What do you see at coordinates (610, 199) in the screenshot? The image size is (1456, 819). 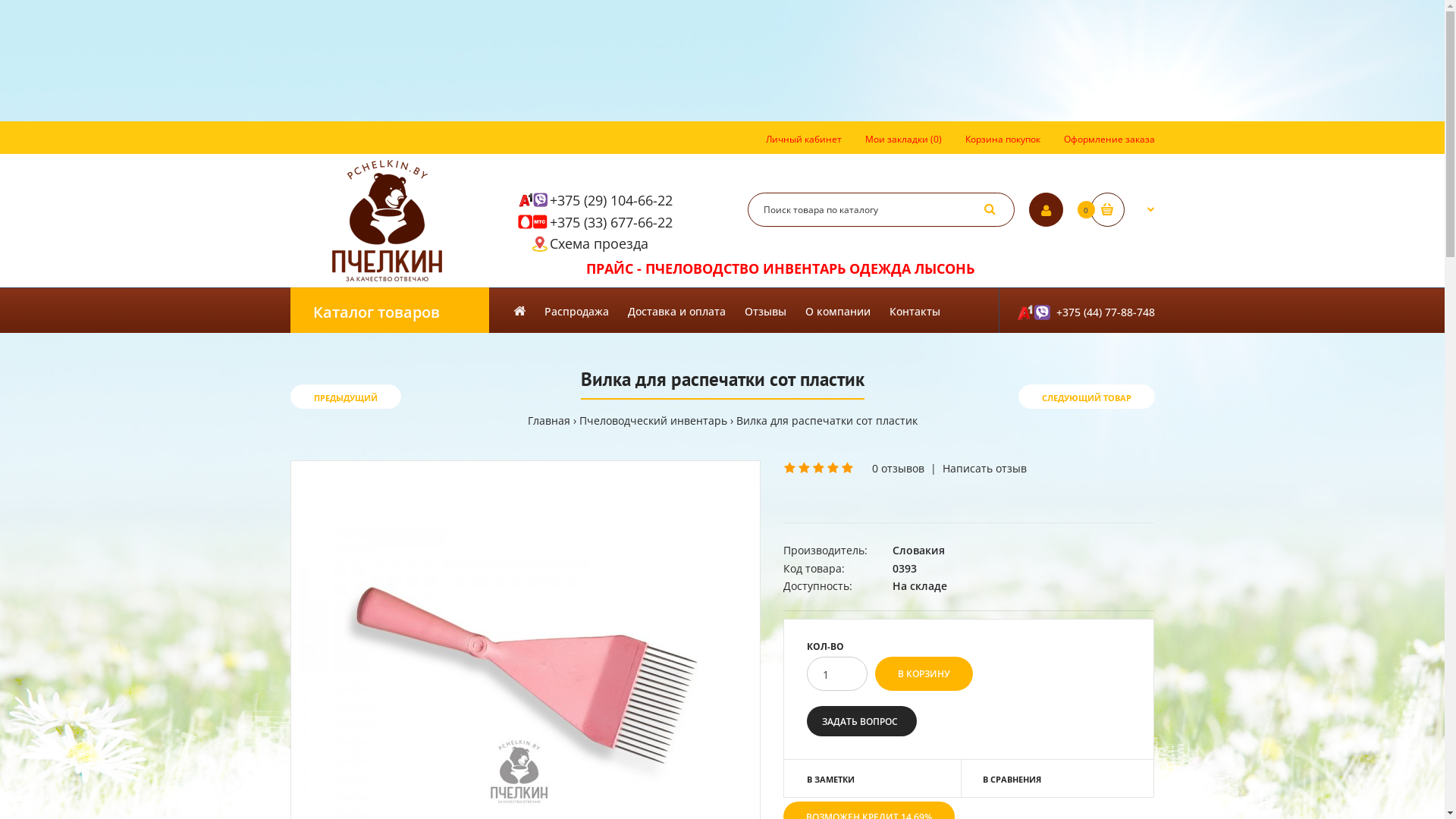 I see `'+375 (29) 104-66-22'` at bounding box center [610, 199].